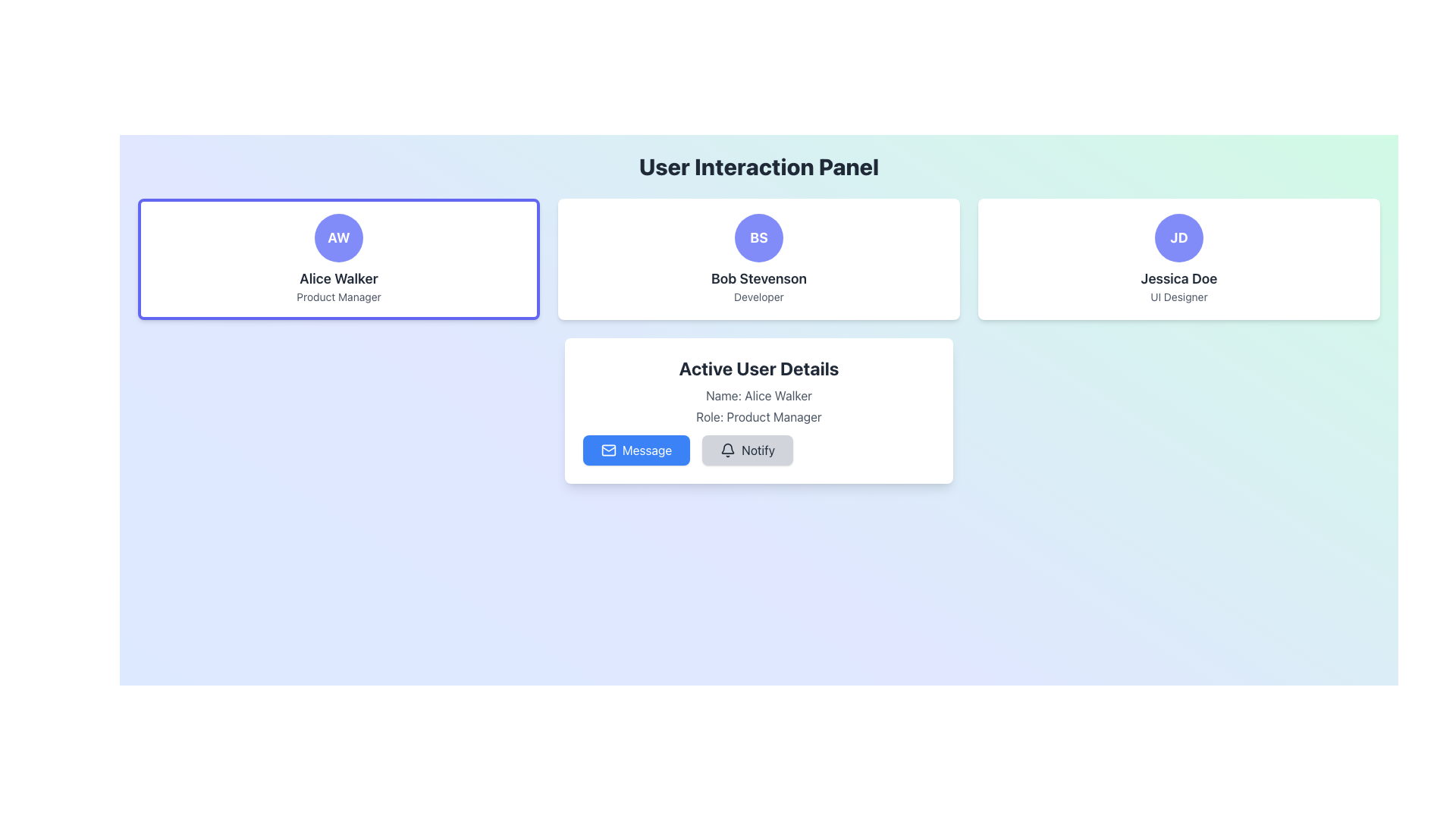  What do you see at coordinates (337, 297) in the screenshot?
I see `text of the label that says 'Product Manager', which is styled with small gray text and is positioned directly below 'Alice Walker' within a purple-bordered card layout` at bounding box center [337, 297].